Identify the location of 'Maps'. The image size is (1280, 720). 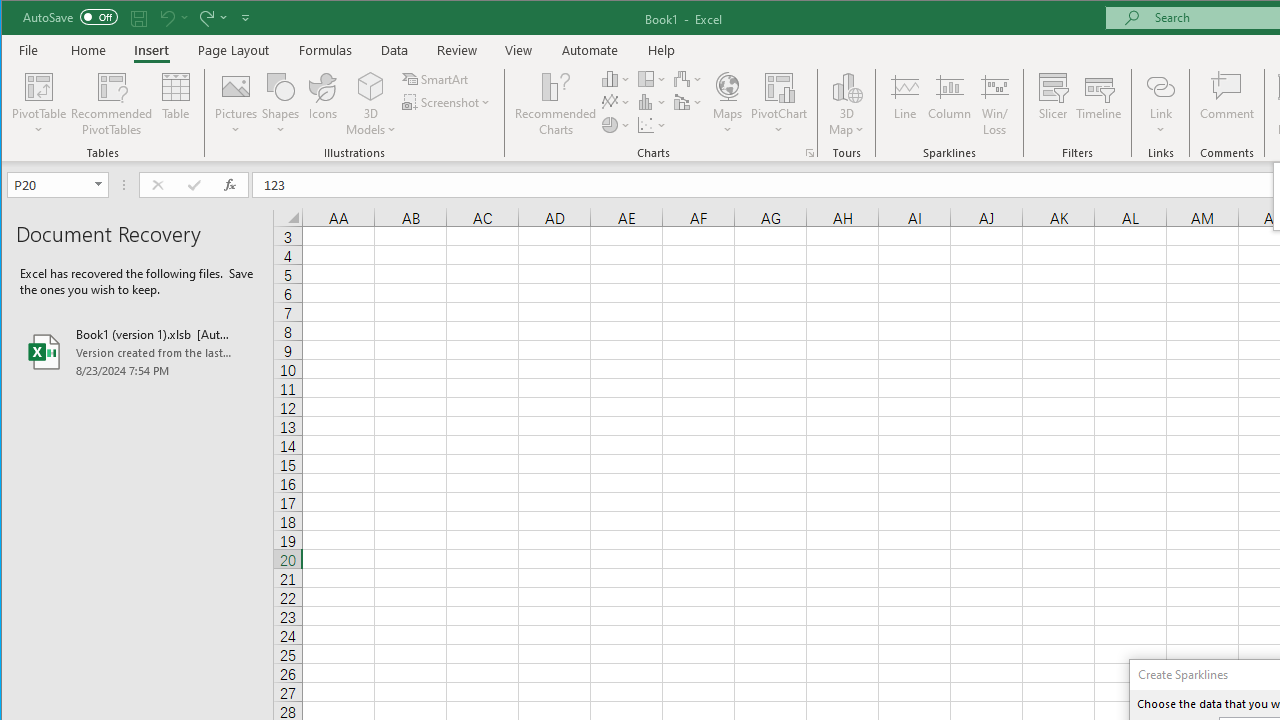
(726, 104).